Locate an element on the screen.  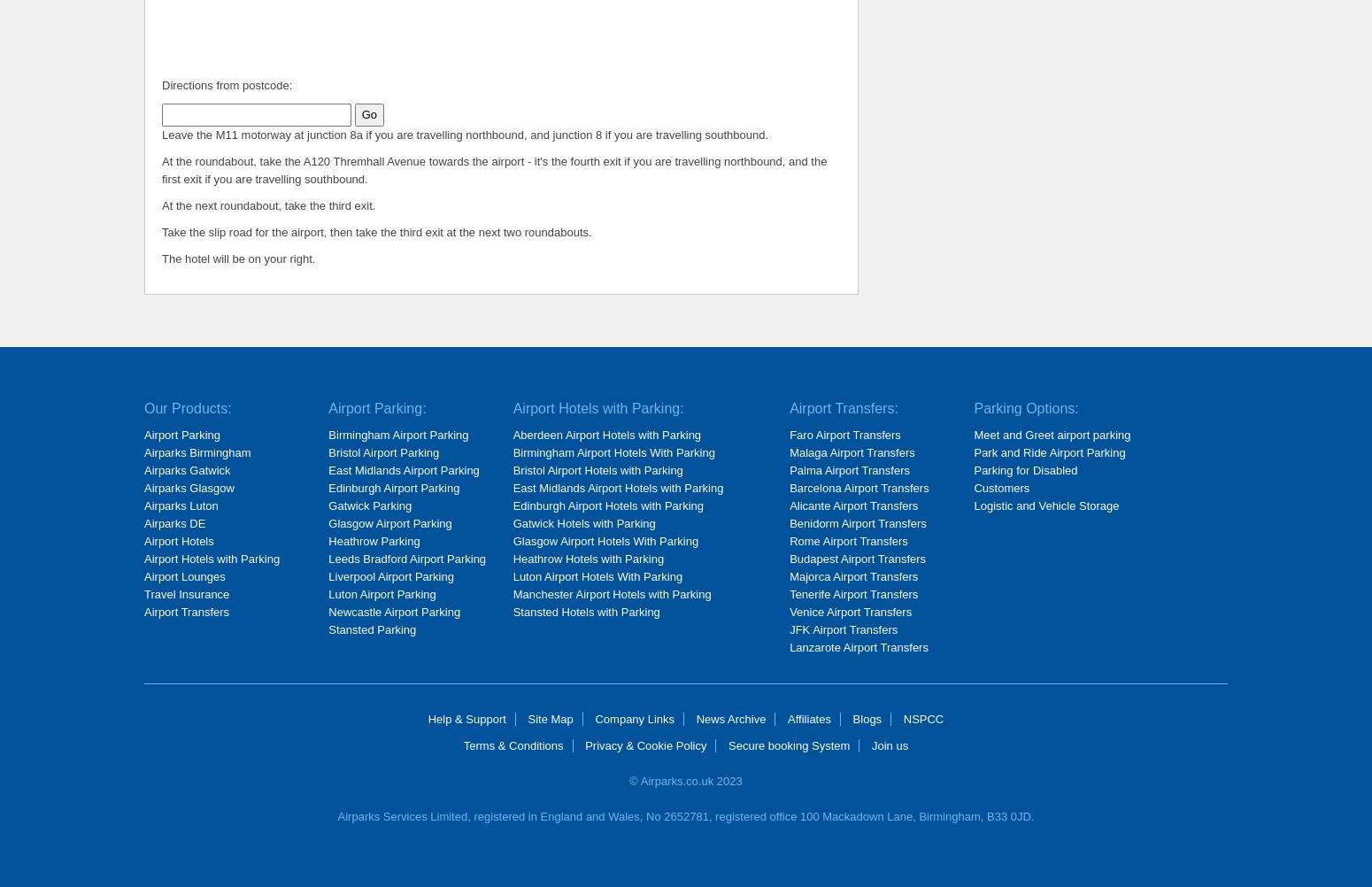
'East Midlands Airport Hotels with Parking' is located at coordinates (616, 488).